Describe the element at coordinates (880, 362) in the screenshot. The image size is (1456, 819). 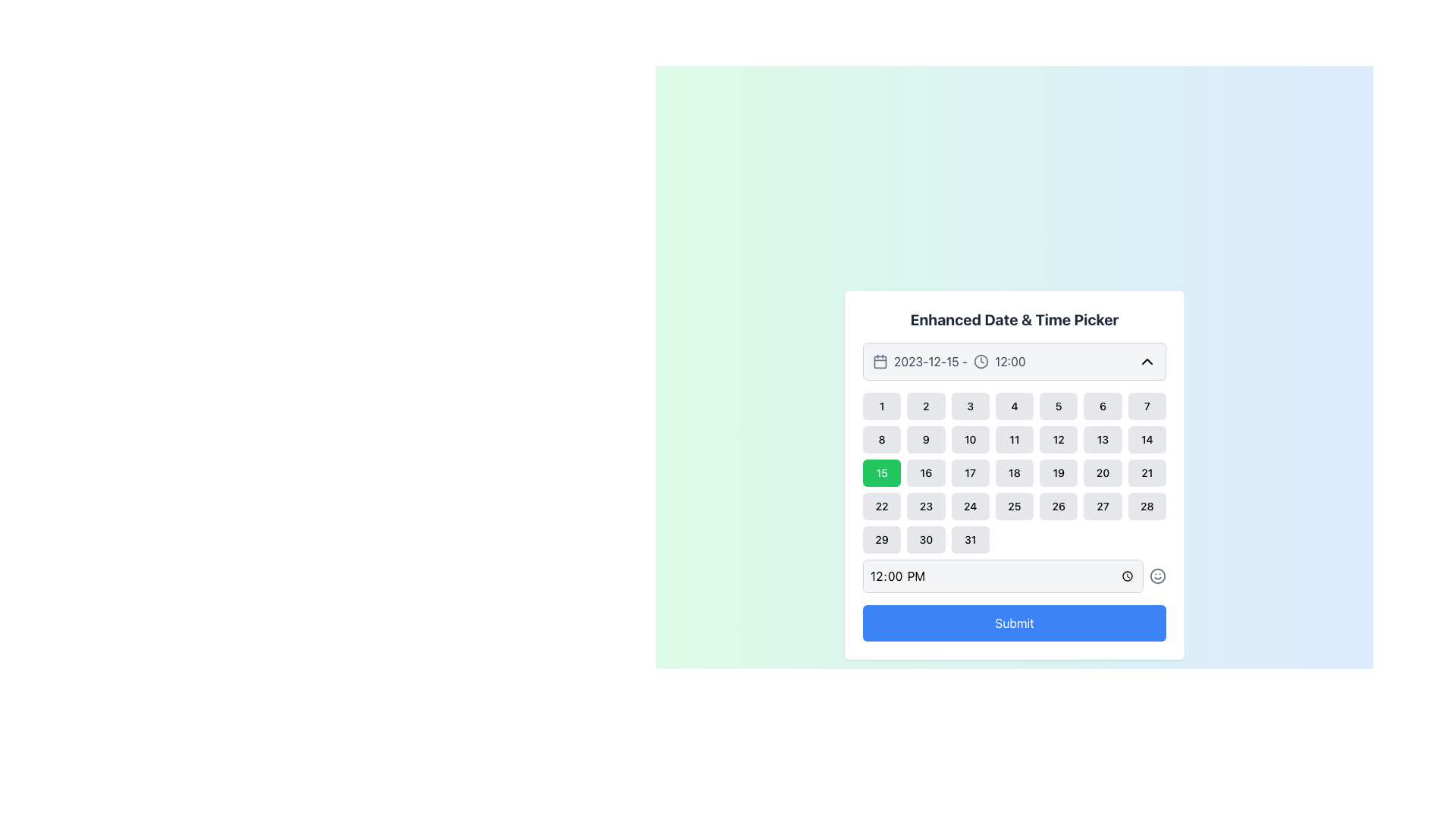
I see `the calendar icon located in the top-left corner of the date-time picker interface` at that location.